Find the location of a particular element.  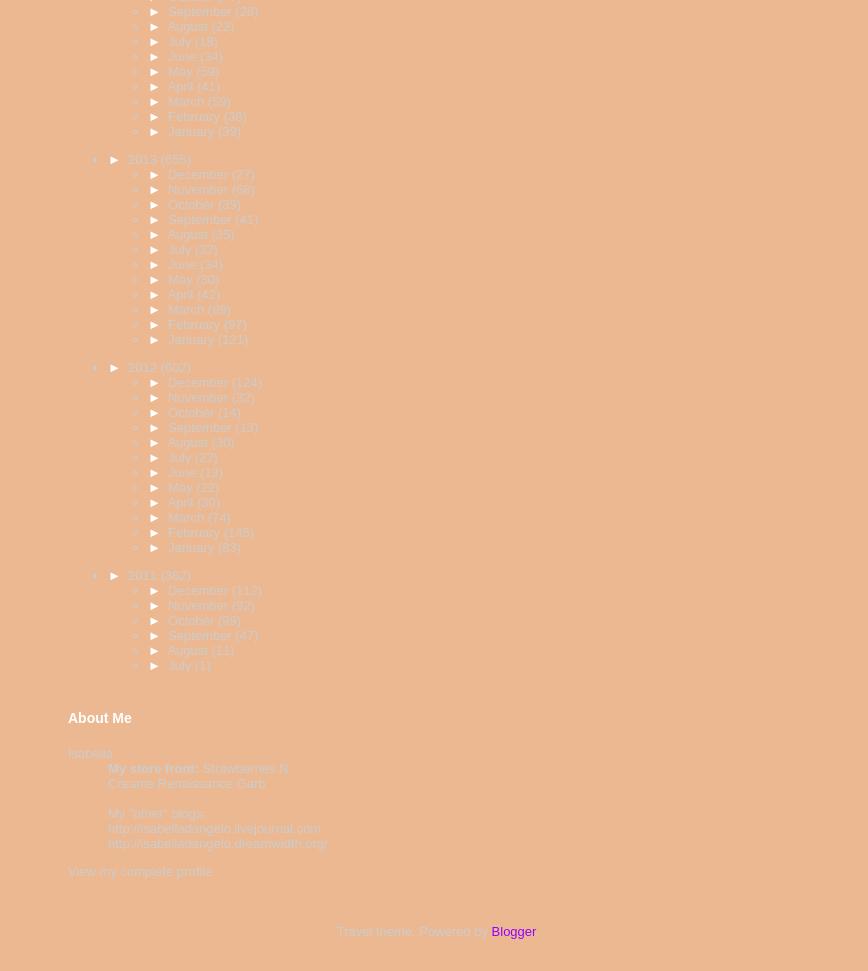

'(145)' is located at coordinates (237, 531).